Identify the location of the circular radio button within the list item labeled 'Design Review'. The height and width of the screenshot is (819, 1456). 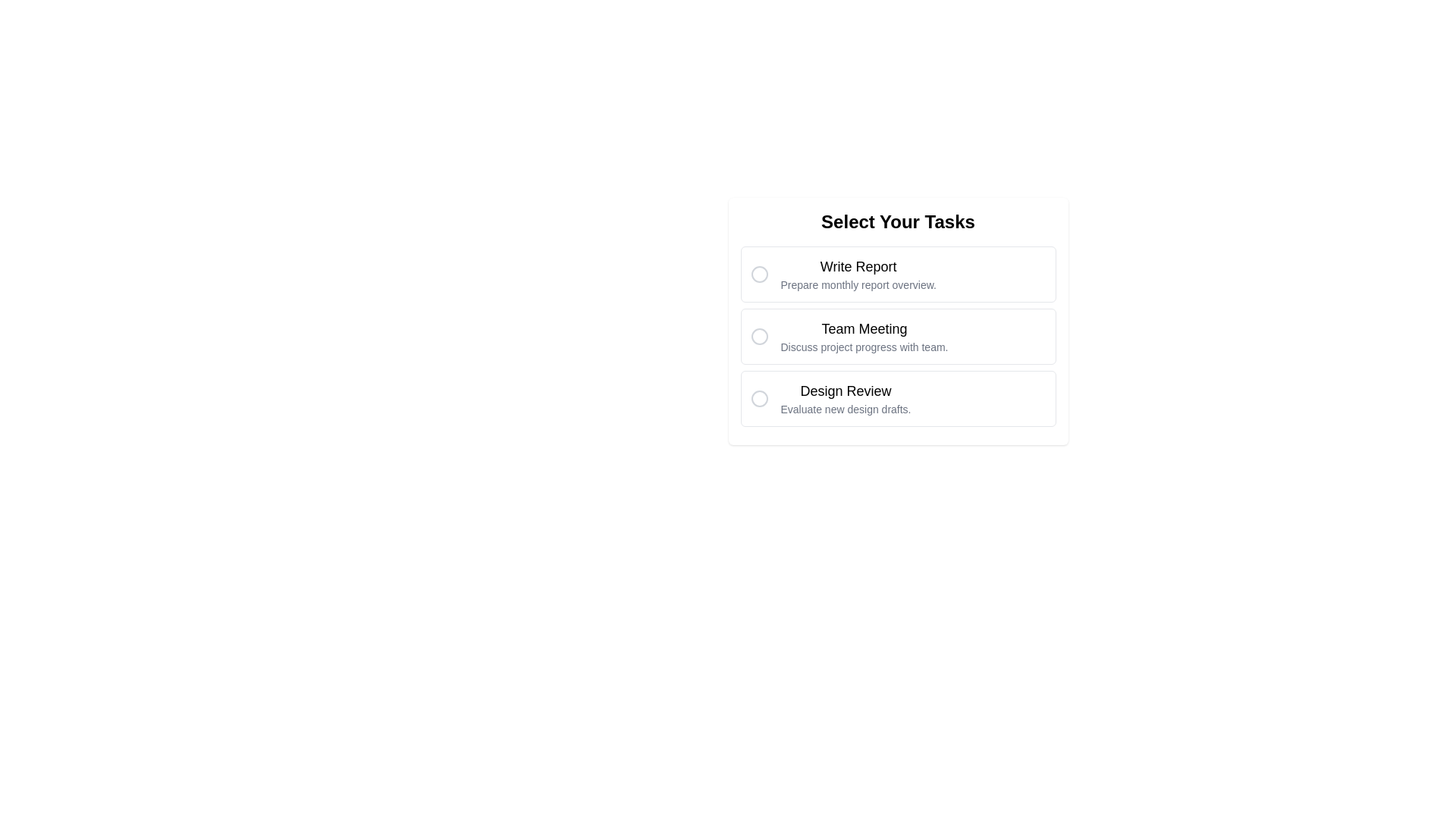
(759, 397).